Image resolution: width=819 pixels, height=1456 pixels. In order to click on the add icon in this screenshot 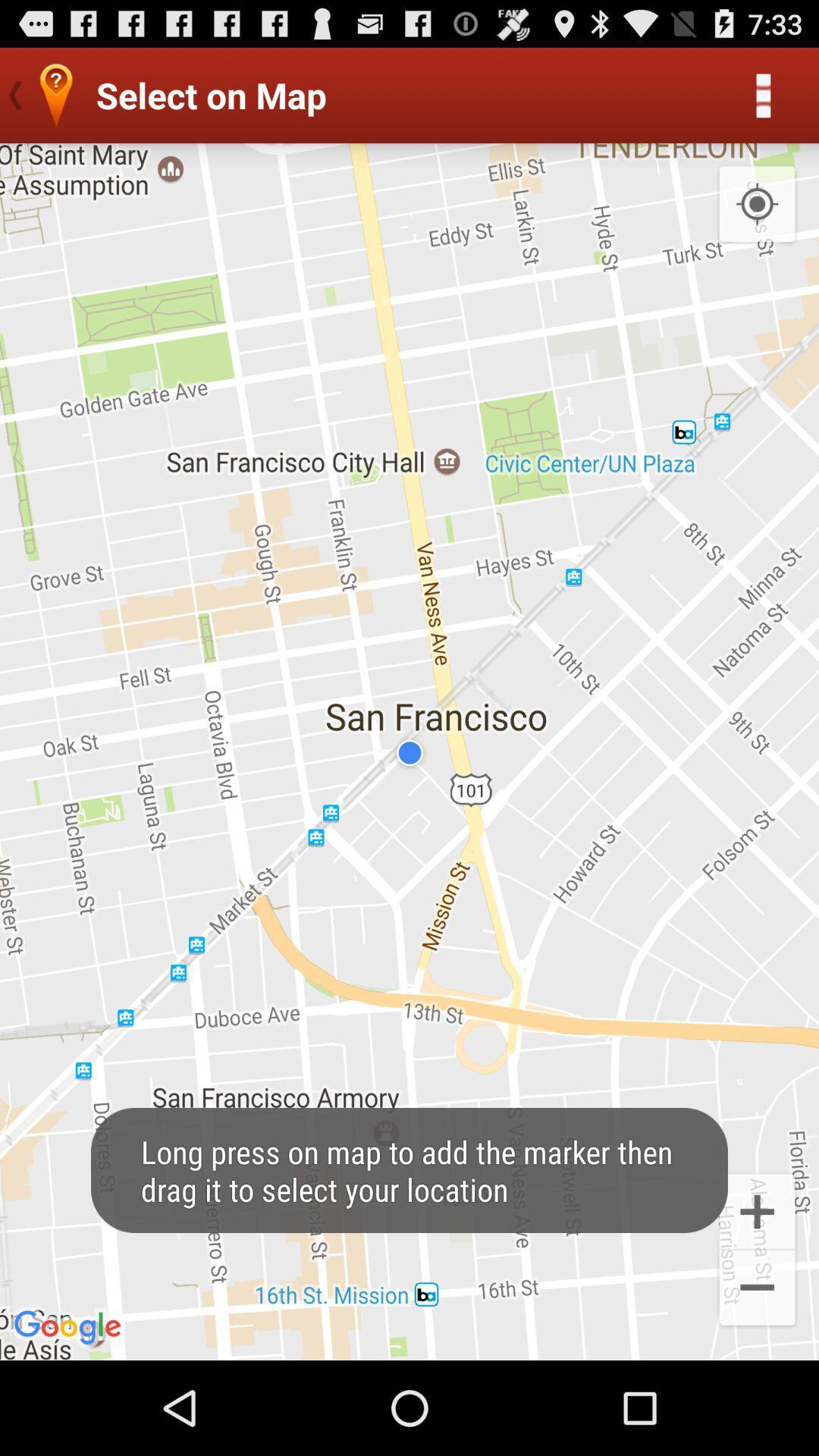, I will do `click(757, 1294)`.